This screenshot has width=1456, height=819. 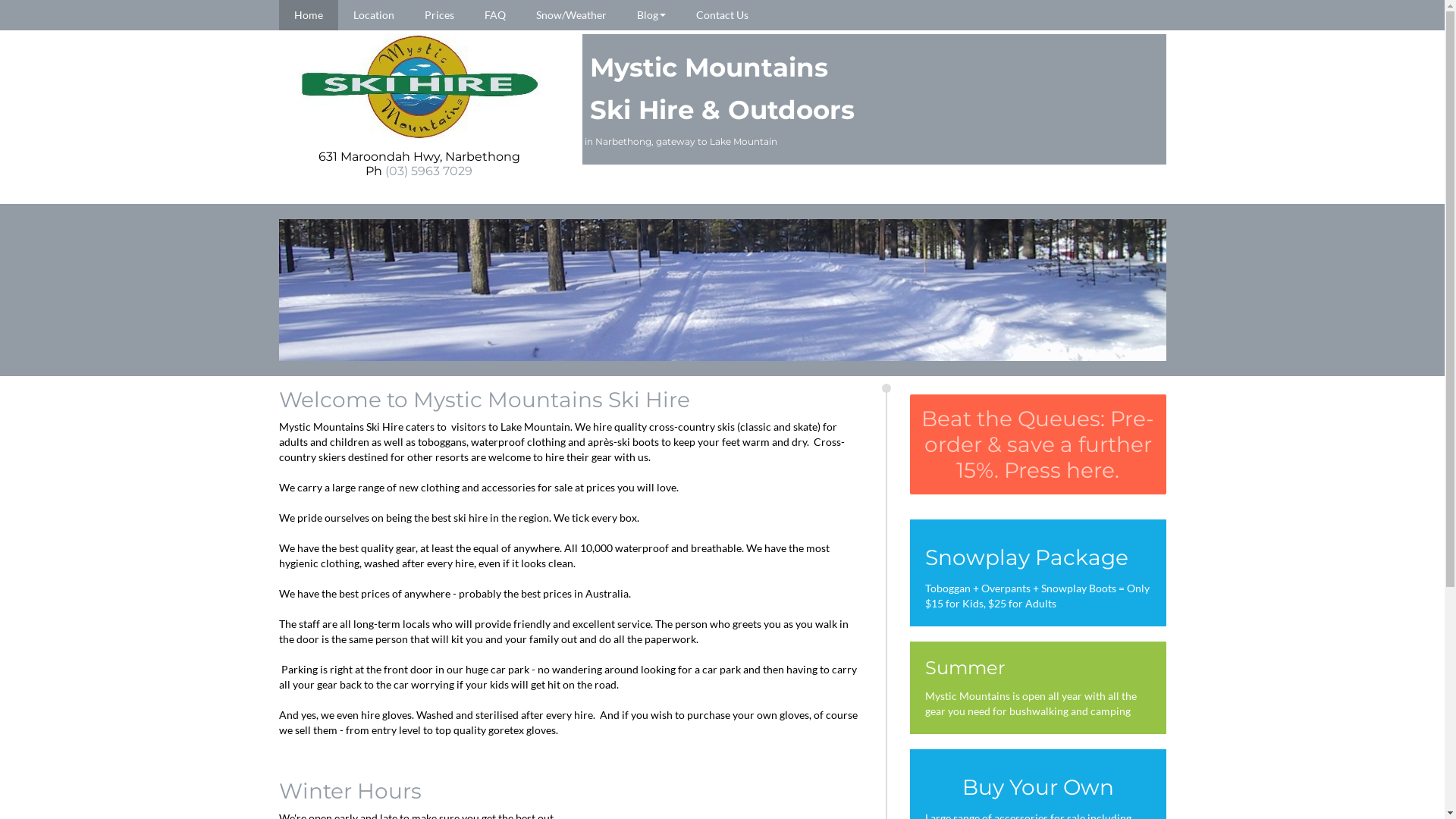 What do you see at coordinates (349, 789) in the screenshot?
I see `'Winter Hours'` at bounding box center [349, 789].